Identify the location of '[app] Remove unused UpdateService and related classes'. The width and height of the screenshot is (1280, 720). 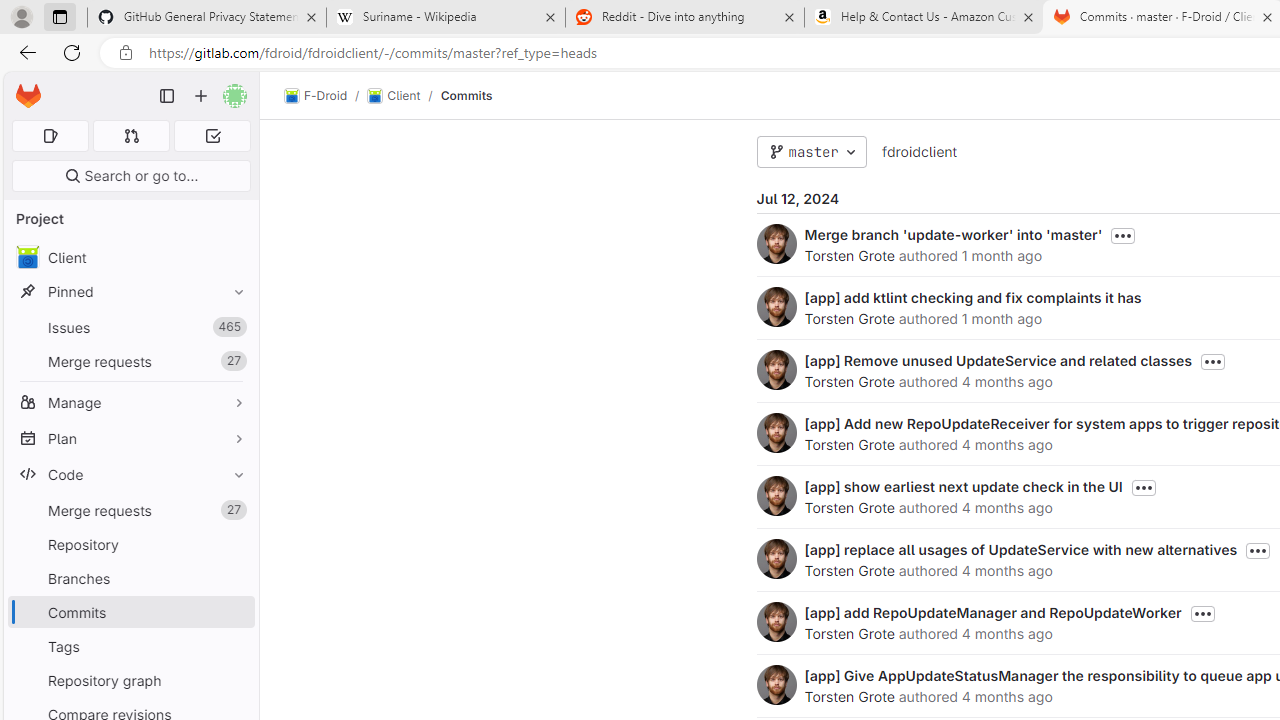
(998, 360).